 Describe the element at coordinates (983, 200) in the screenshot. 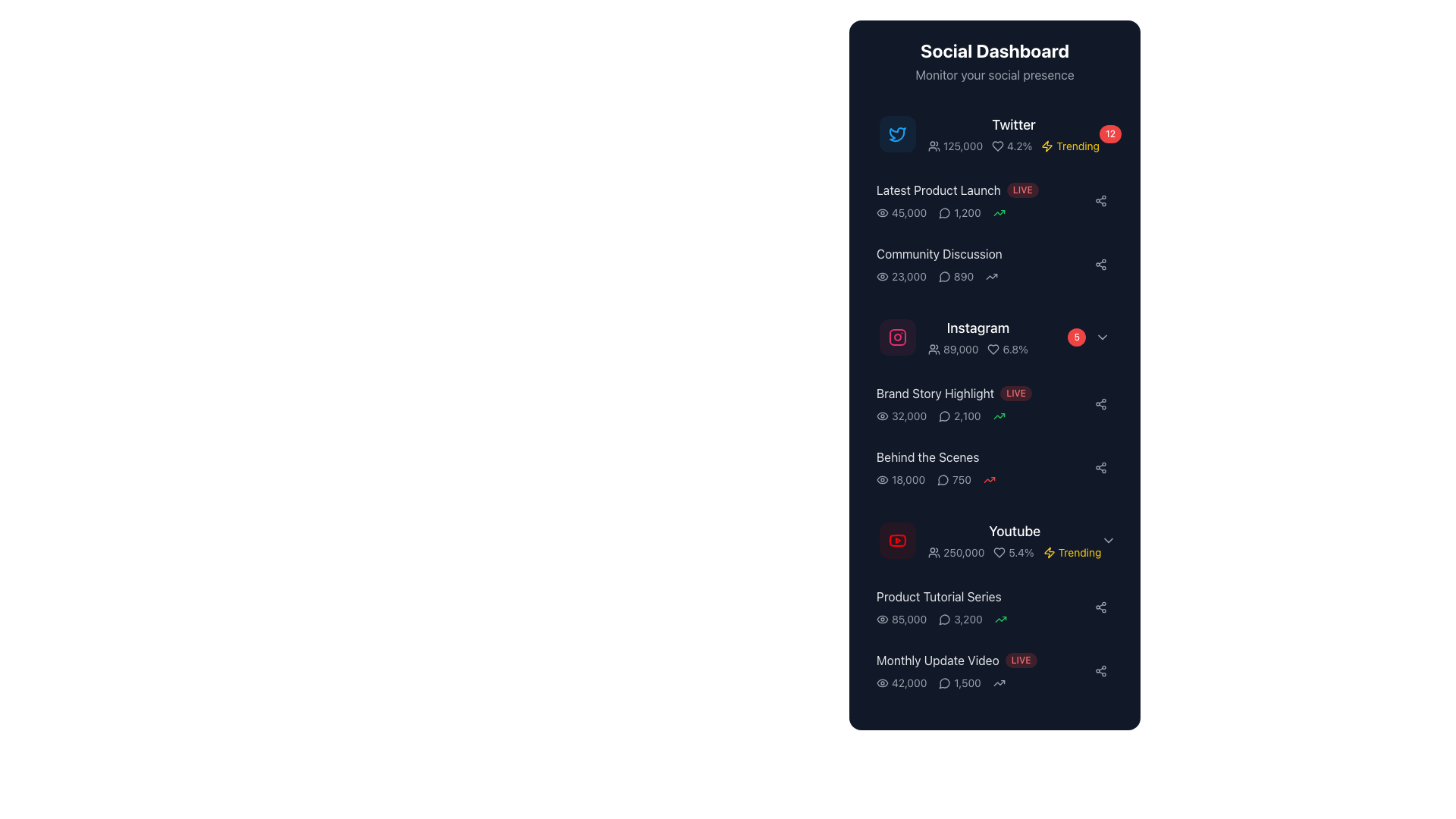

I see `the Dashboard list item summarizing the status of the recent 'Latest Product Launch' social media activity, which is positioned as the second entry in the list, below 'Twitter' and above 'Community Discussion'` at that location.